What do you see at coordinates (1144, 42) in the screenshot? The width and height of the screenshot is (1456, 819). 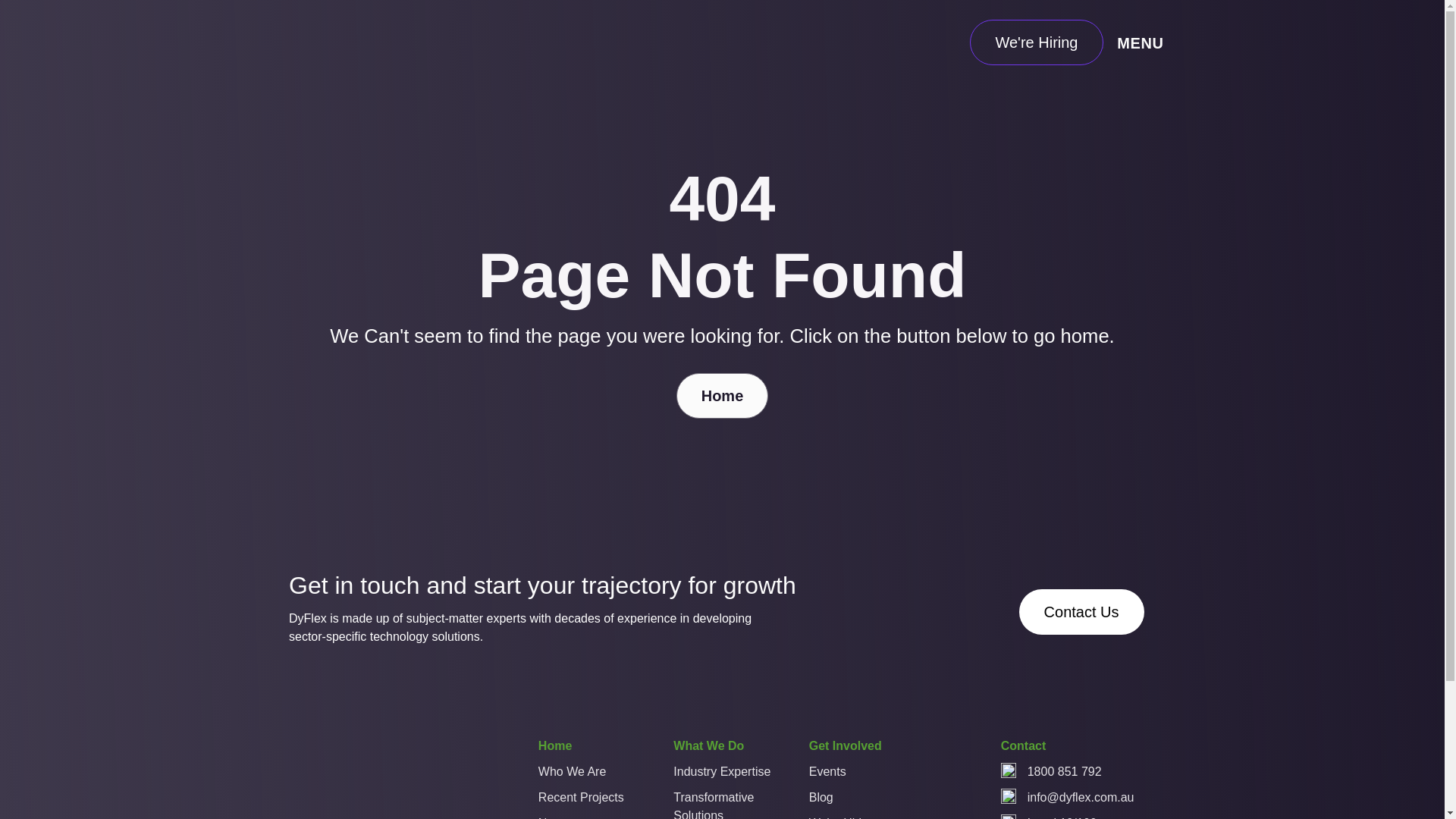 I see `'MENU` at bounding box center [1144, 42].